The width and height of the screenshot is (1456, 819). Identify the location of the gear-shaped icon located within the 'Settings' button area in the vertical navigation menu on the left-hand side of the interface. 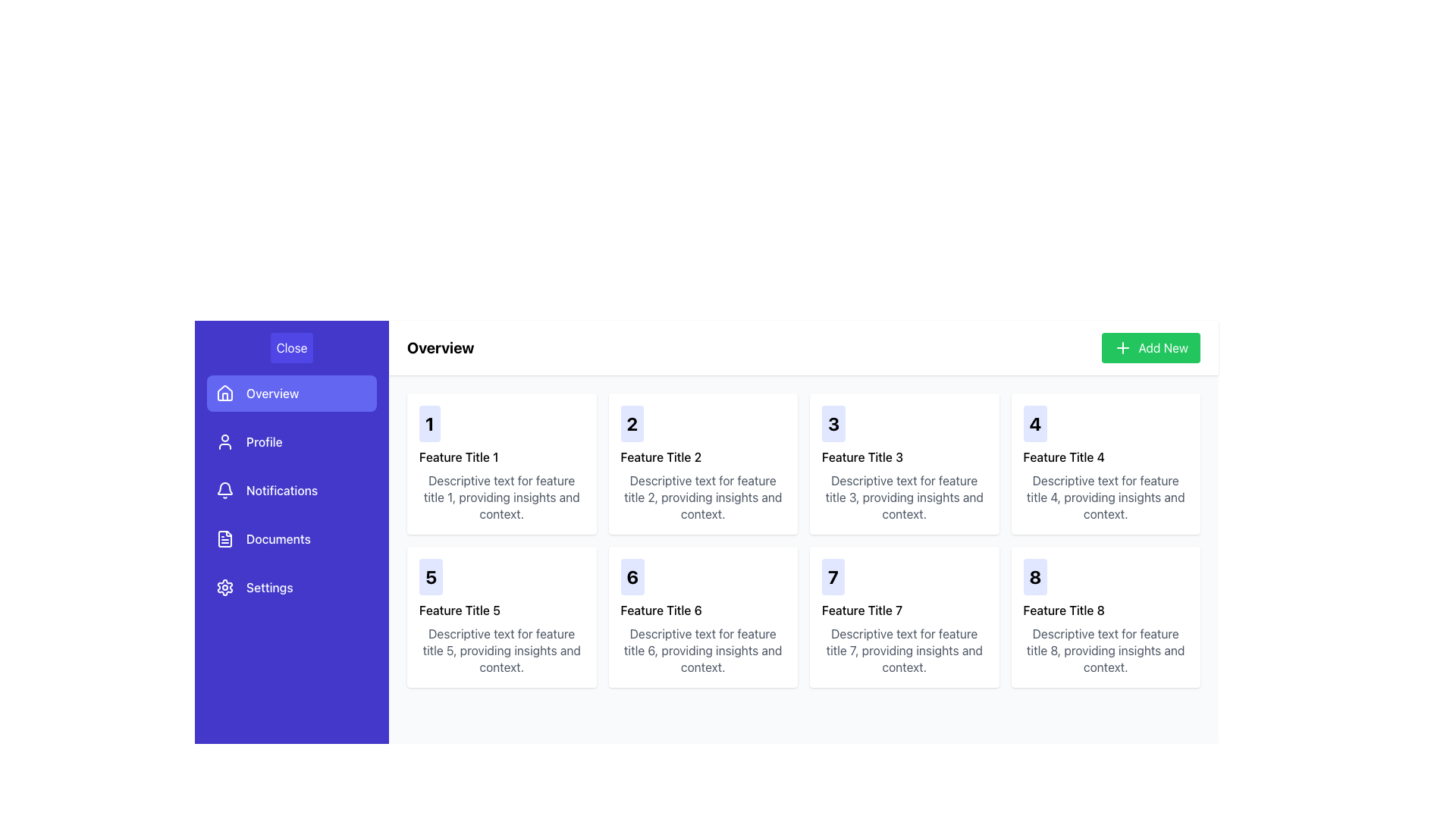
(224, 587).